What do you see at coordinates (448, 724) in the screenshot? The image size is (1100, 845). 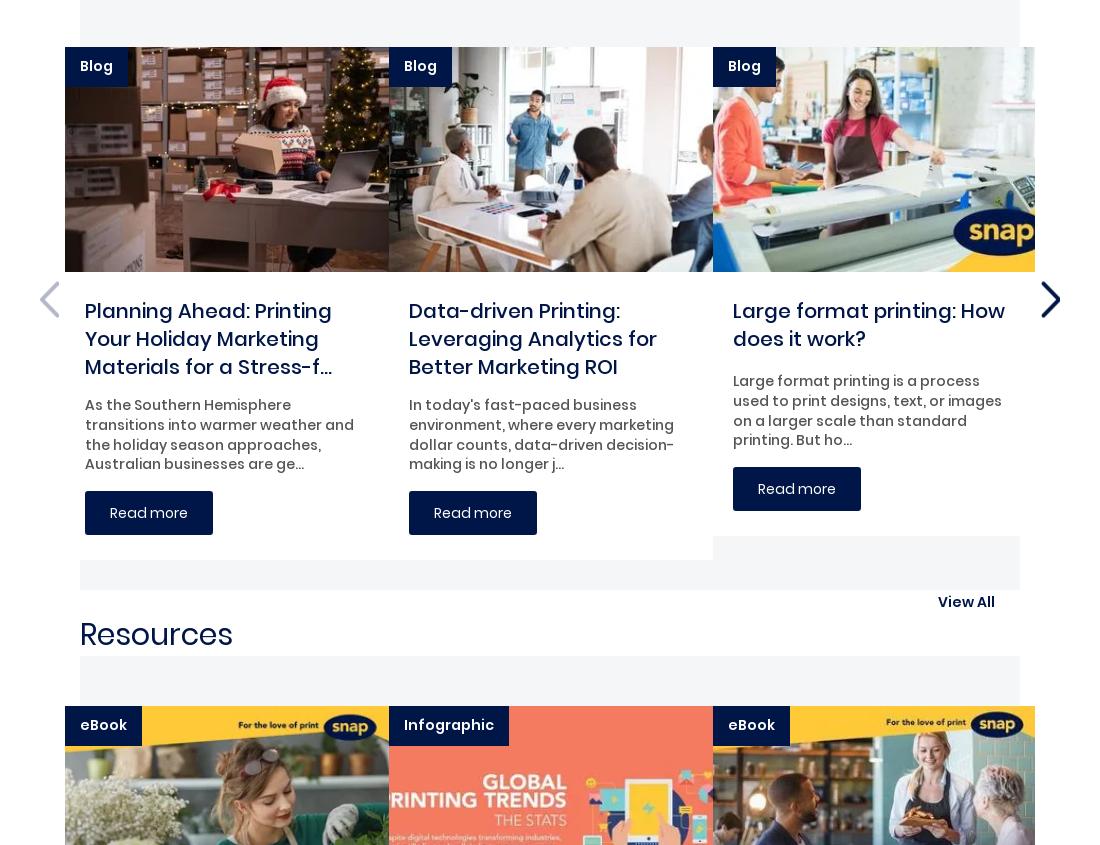 I see `'Infographic'` at bounding box center [448, 724].